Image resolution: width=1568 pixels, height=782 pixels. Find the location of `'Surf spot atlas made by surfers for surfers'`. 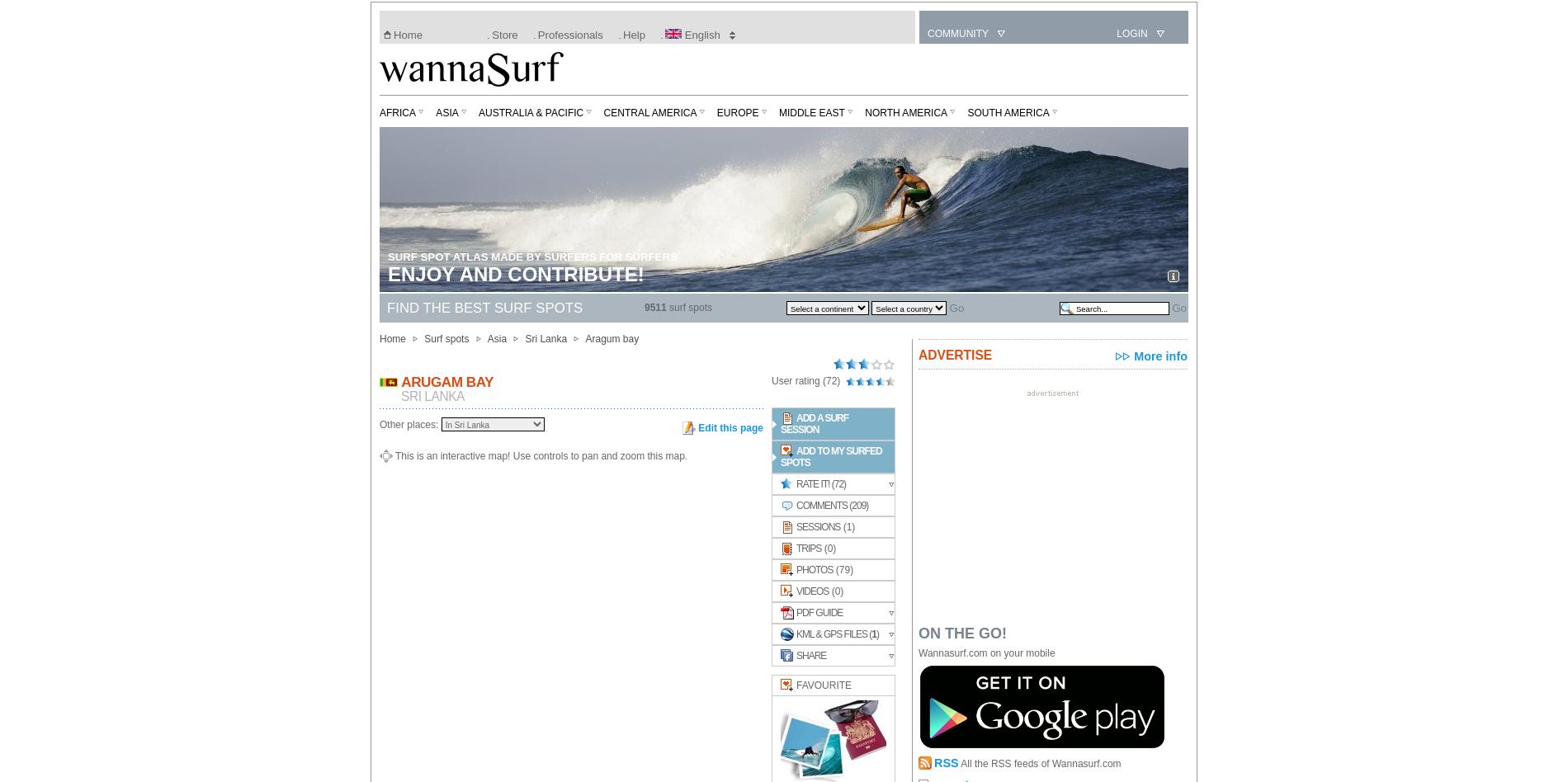

'Surf spot atlas made by surfers for surfers' is located at coordinates (532, 257).